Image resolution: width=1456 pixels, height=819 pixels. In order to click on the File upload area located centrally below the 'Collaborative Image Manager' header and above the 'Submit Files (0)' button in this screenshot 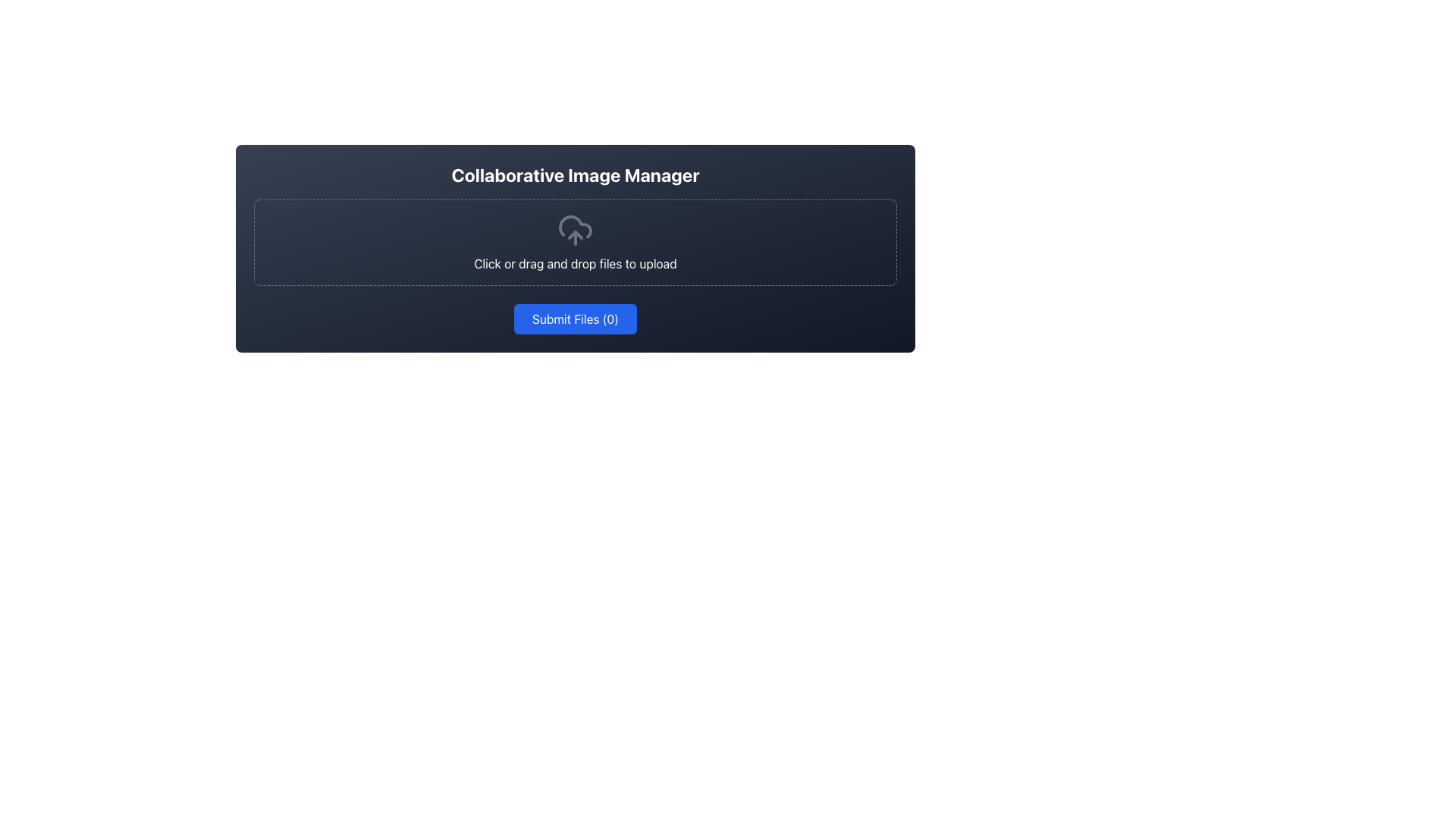, I will do `click(574, 240)`.